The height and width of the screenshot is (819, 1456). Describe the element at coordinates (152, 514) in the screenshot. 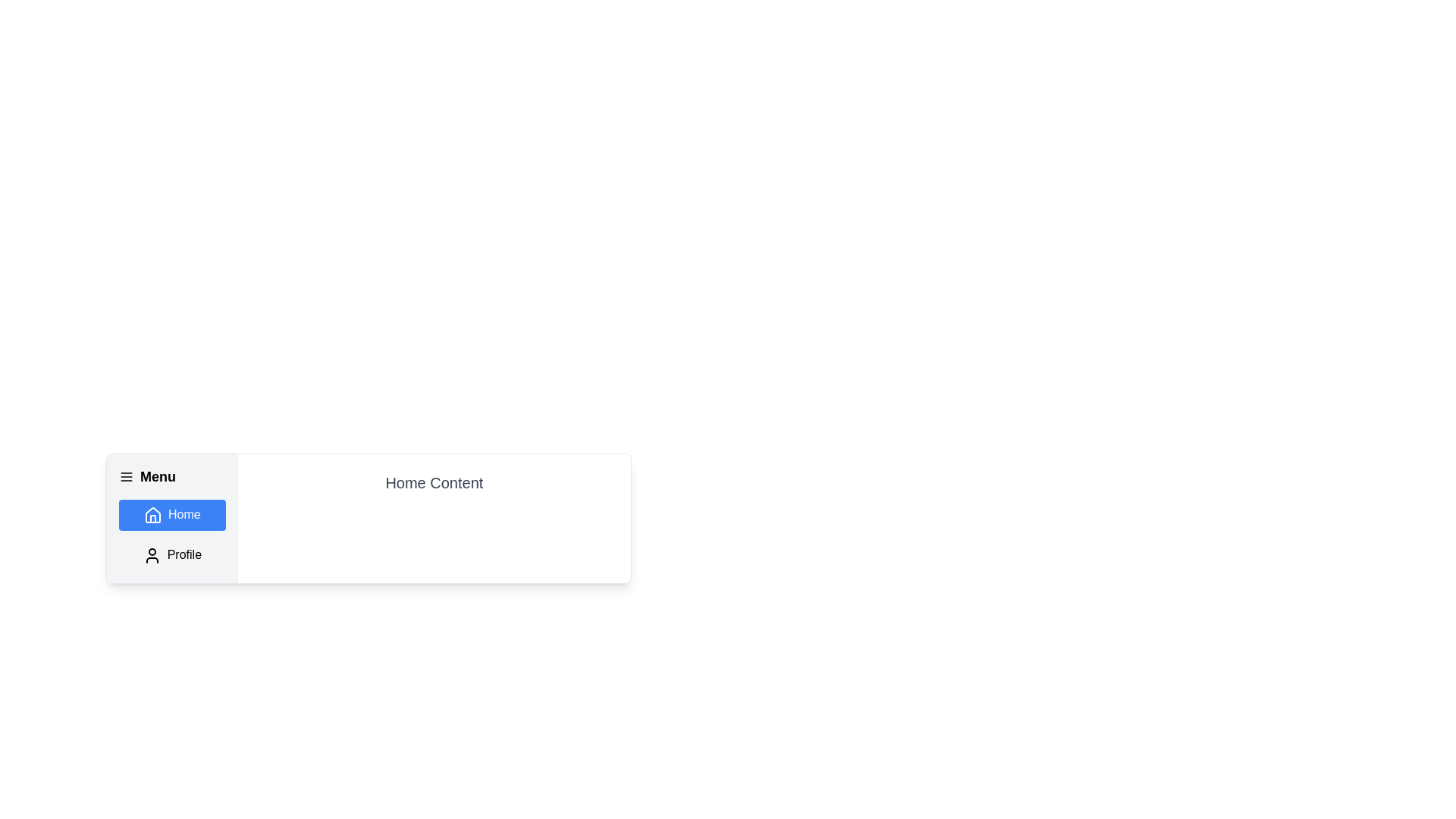

I see `the home icon, which is a small house-shaped icon located to the left of the 'Home' text in the sidebar menu` at that location.